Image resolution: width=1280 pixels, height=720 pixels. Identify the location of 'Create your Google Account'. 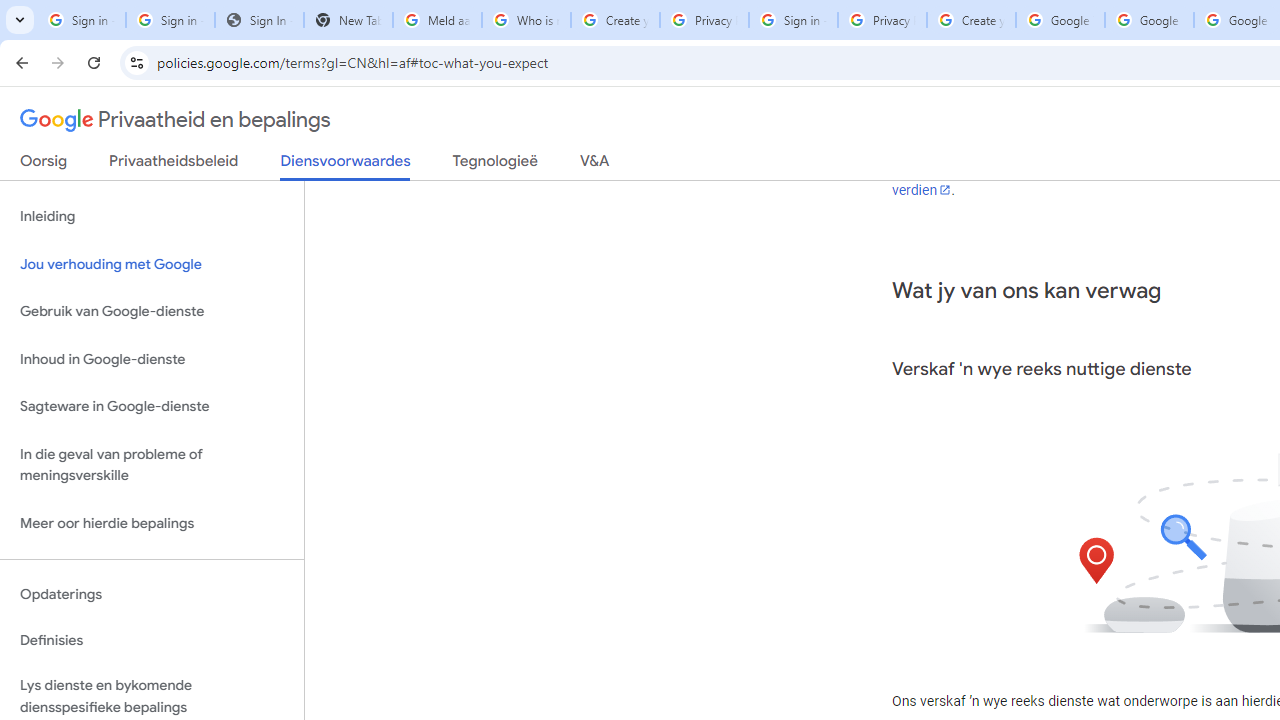
(971, 20).